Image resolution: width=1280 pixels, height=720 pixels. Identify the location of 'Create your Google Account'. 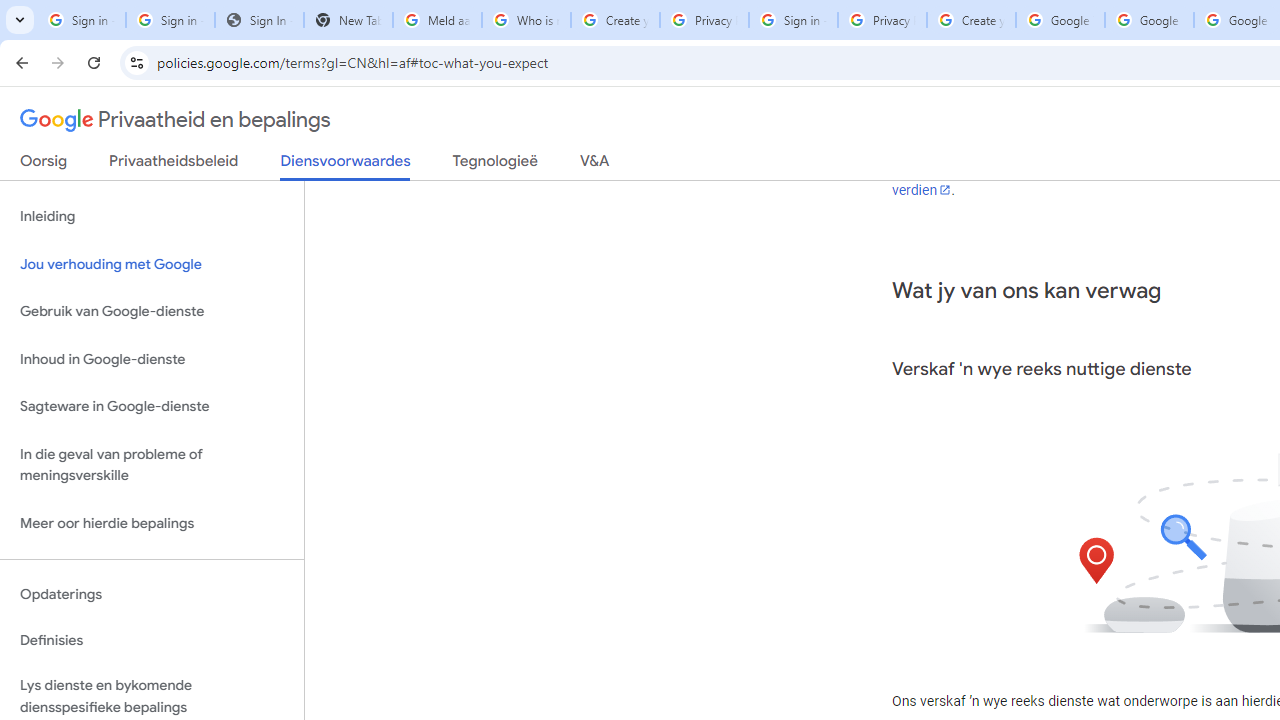
(971, 20).